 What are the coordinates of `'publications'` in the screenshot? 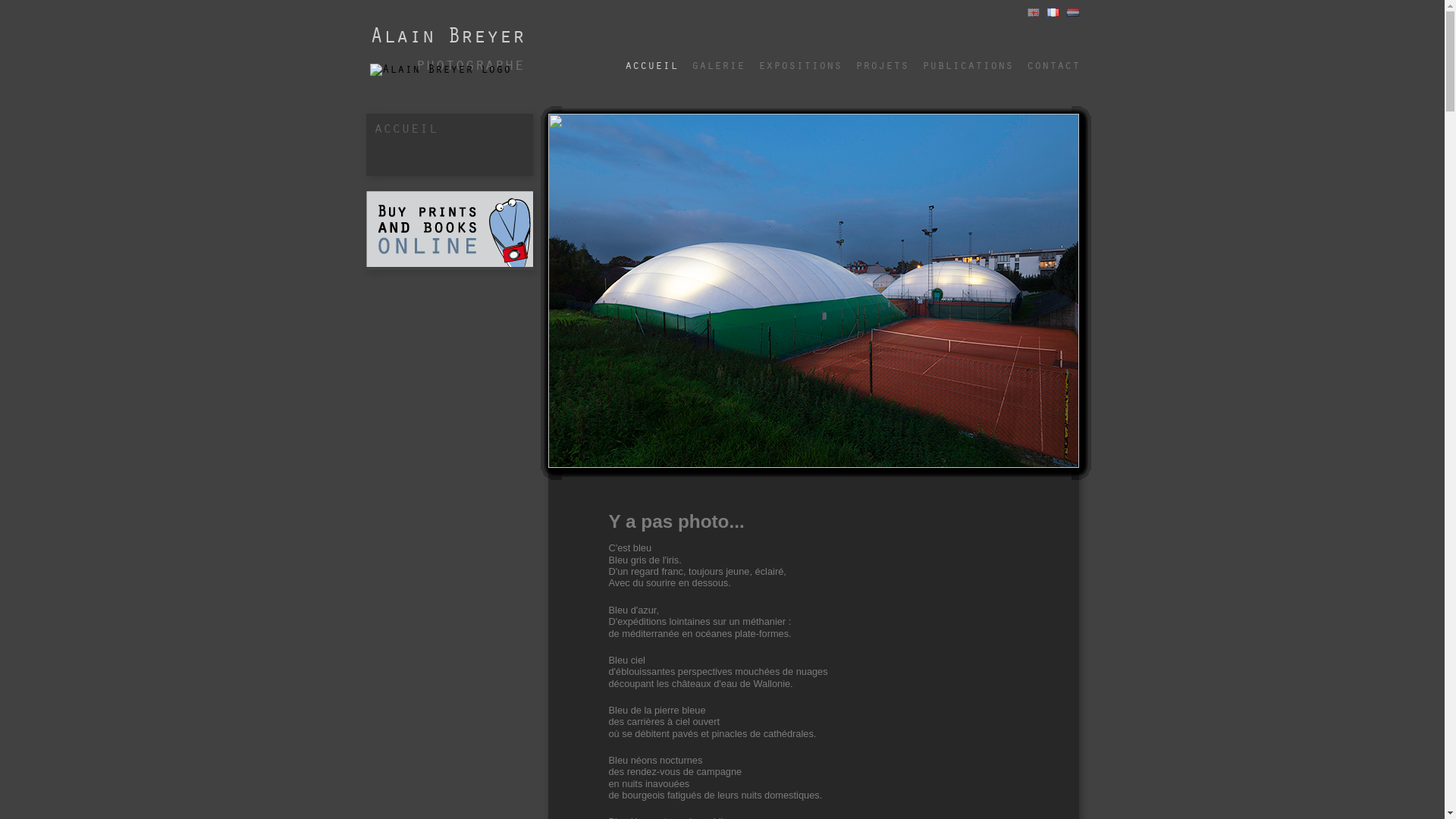 It's located at (967, 58).